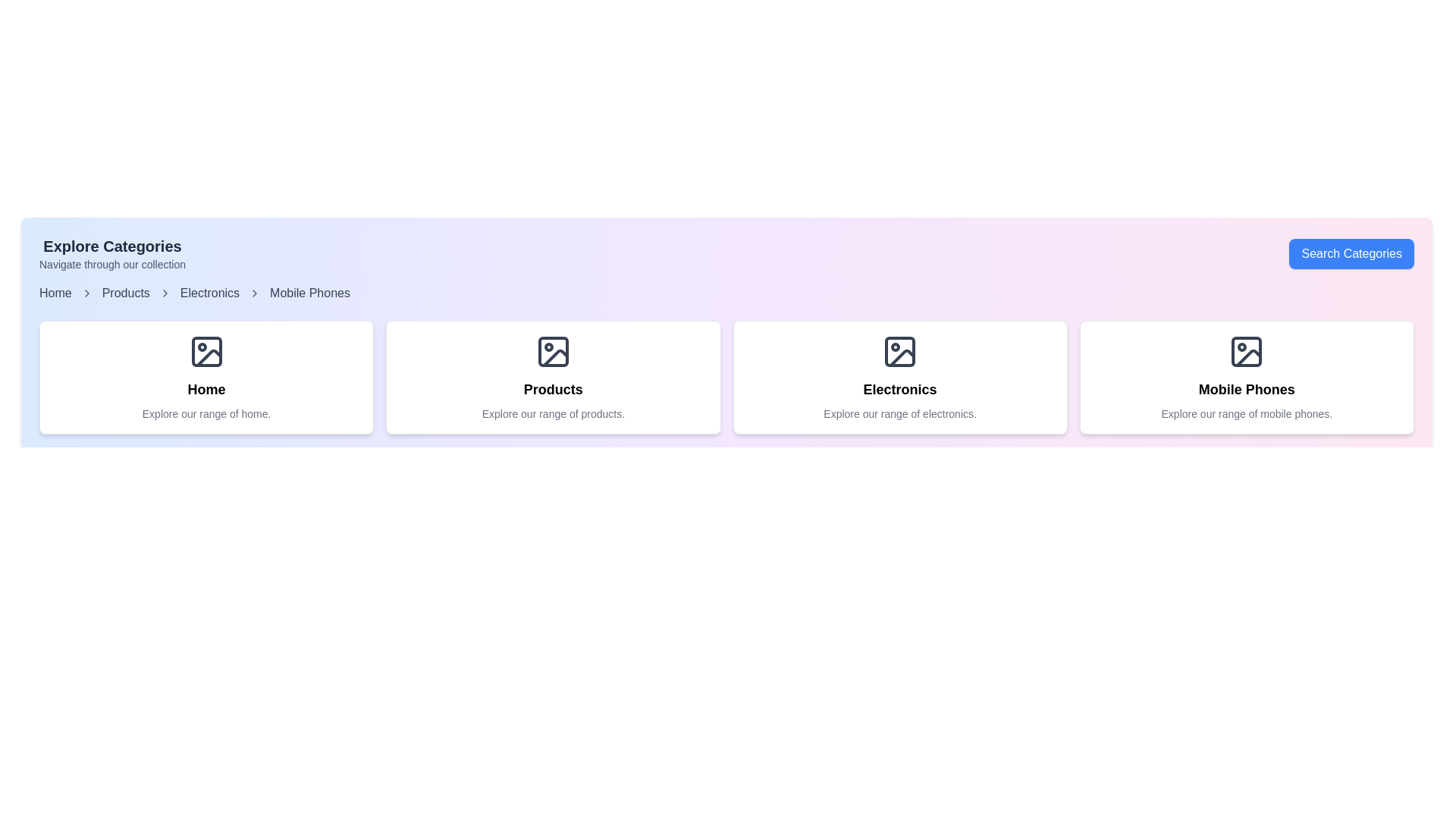 This screenshot has width=1456, height=819. Describe the element at coordinates (899, 351) in the screenshot. I see `small dark gray rectangular graphic element with rounded corners located inside the 'Electronics' card, specifically within the top icon representing an image frame` at that location.